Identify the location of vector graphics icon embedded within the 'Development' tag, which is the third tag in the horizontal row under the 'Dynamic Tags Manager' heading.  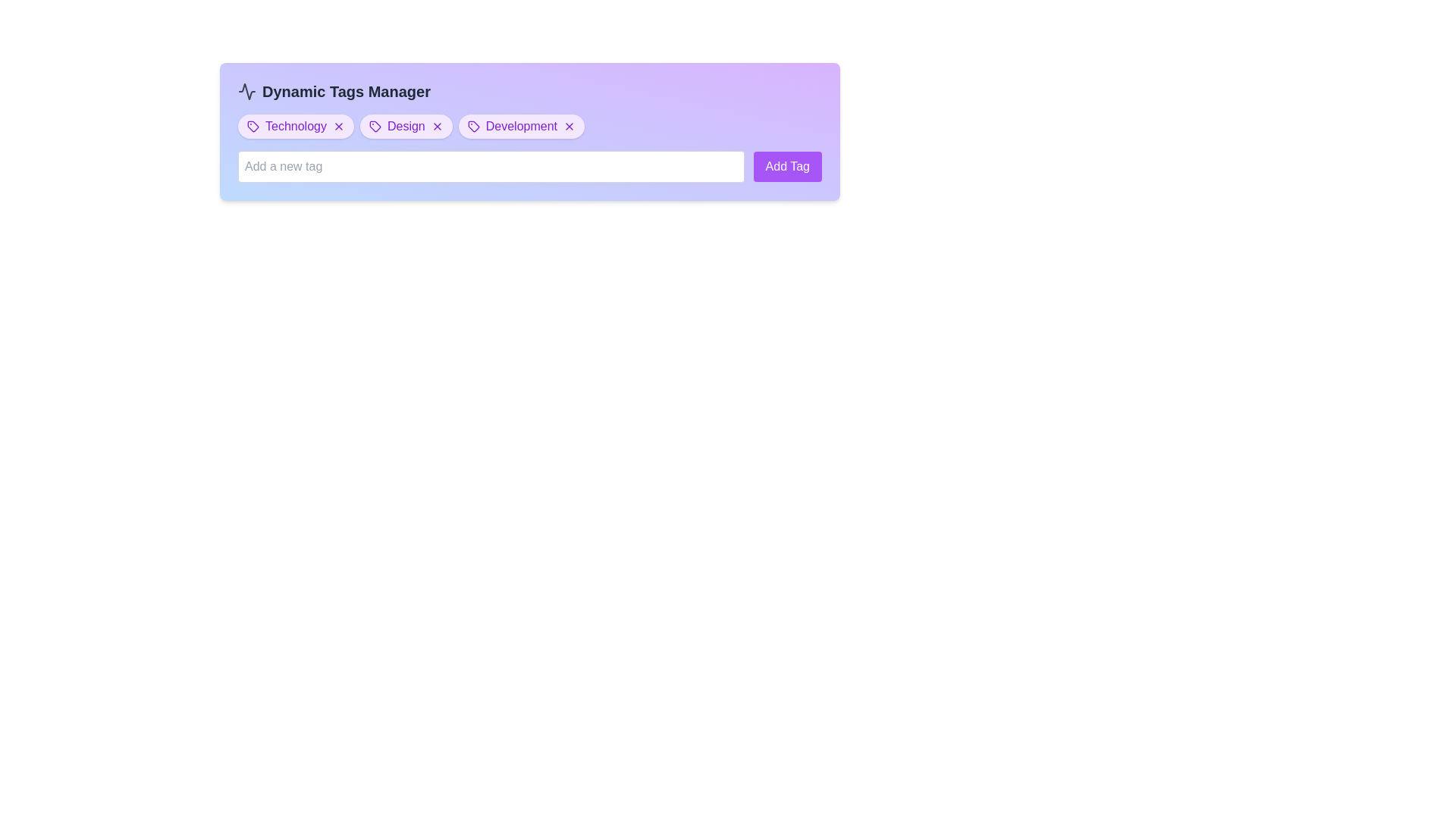
(472, 125).